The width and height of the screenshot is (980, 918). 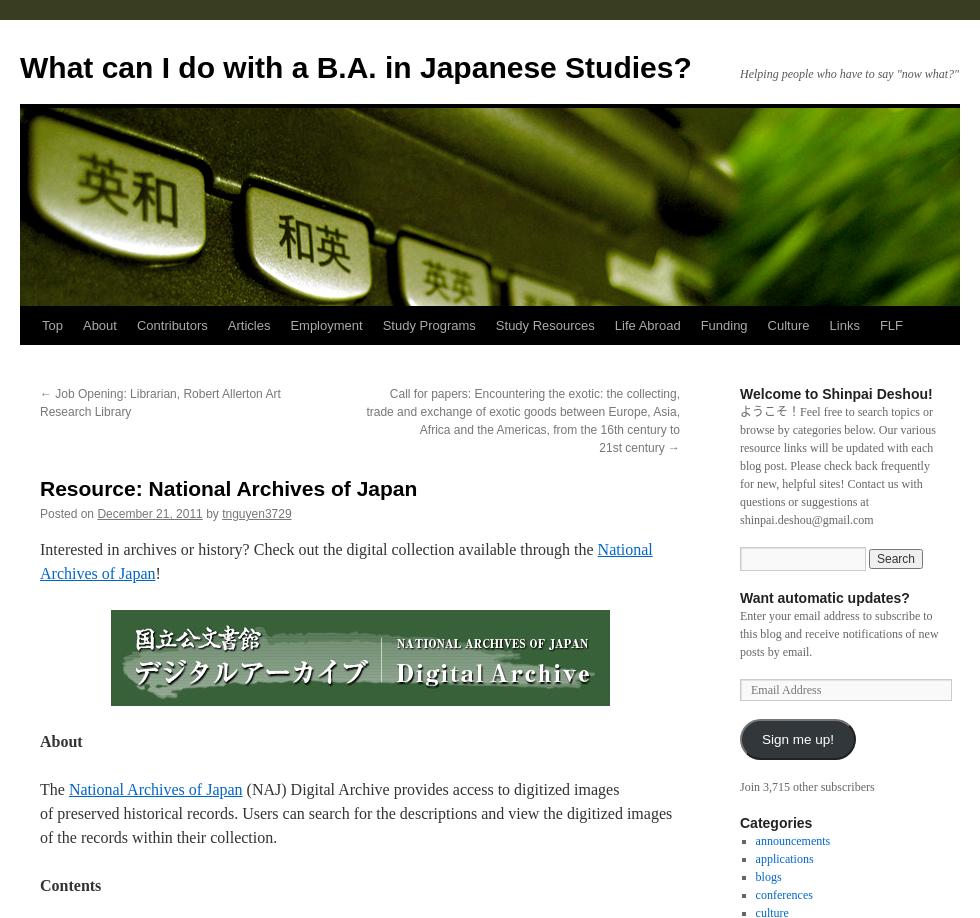 What do you see at coordinates (775, 822) in the screenshot?
I see `'Categories'` at bounding box center [775, 822].